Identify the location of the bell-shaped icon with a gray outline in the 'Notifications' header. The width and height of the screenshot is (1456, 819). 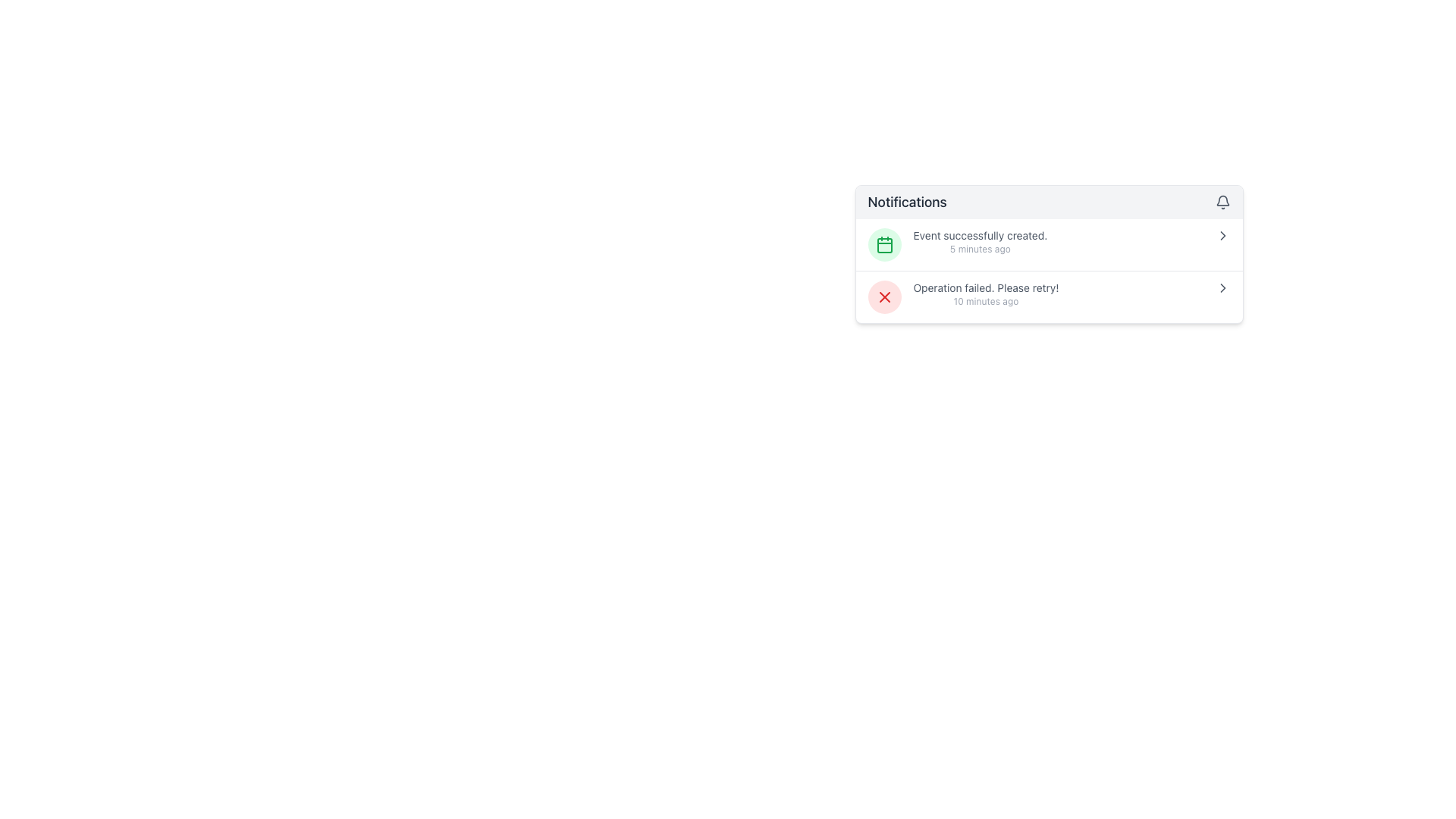
(1222, 201).